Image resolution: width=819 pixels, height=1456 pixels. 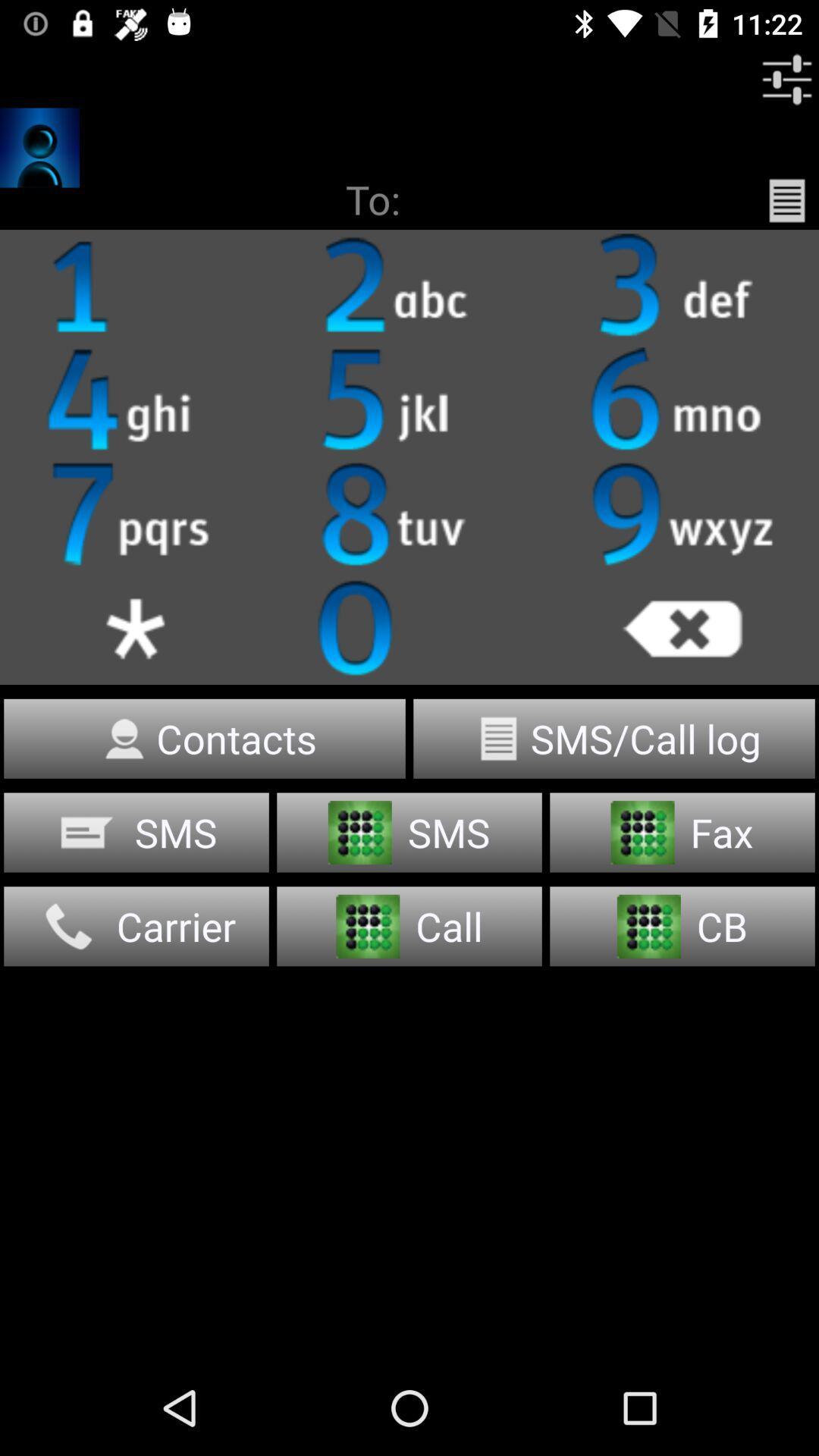 I want to click on it is clickable, so click(x=409, y=287).